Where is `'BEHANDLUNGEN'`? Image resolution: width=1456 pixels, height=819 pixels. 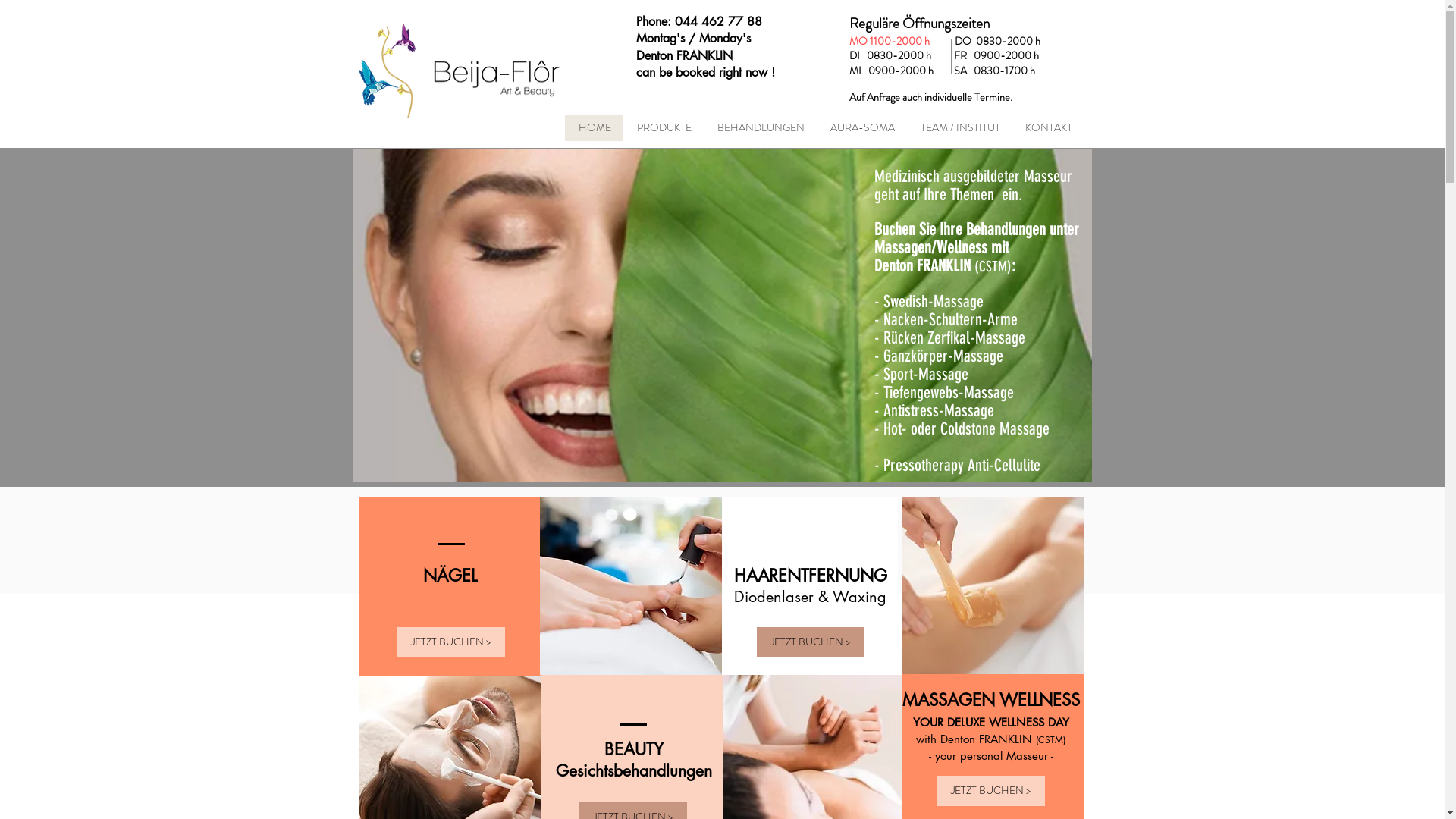
'BEHANDLUNGEN' is located at coordinates (758, 127).